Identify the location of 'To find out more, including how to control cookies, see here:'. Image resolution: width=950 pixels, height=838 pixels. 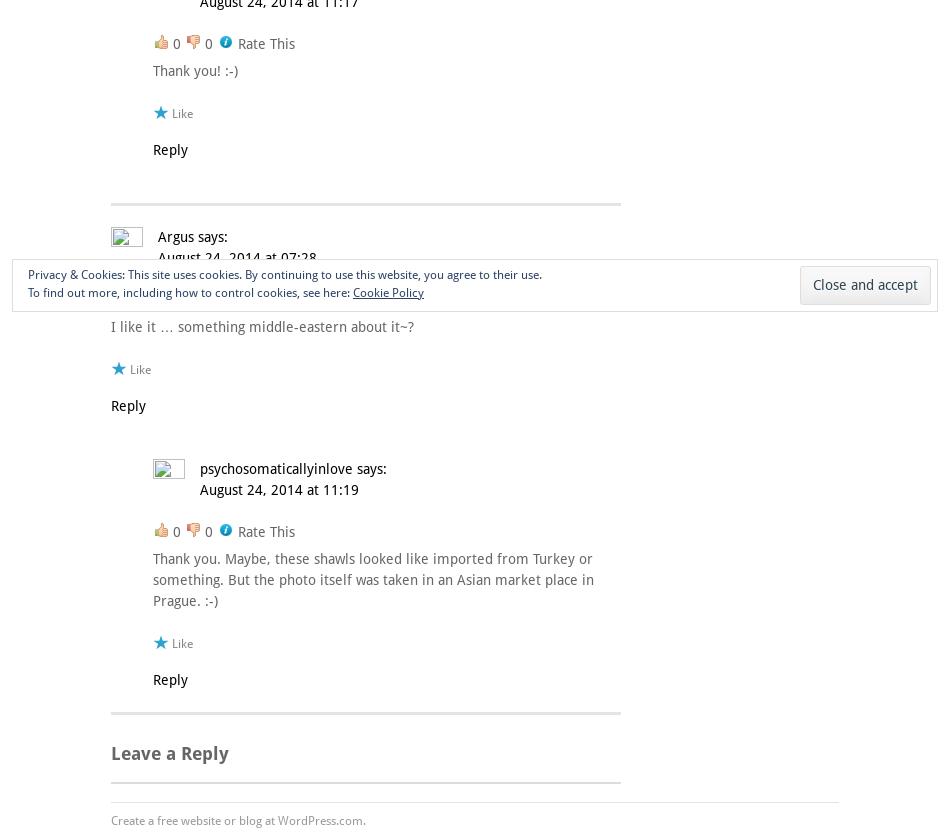
(190, 291).